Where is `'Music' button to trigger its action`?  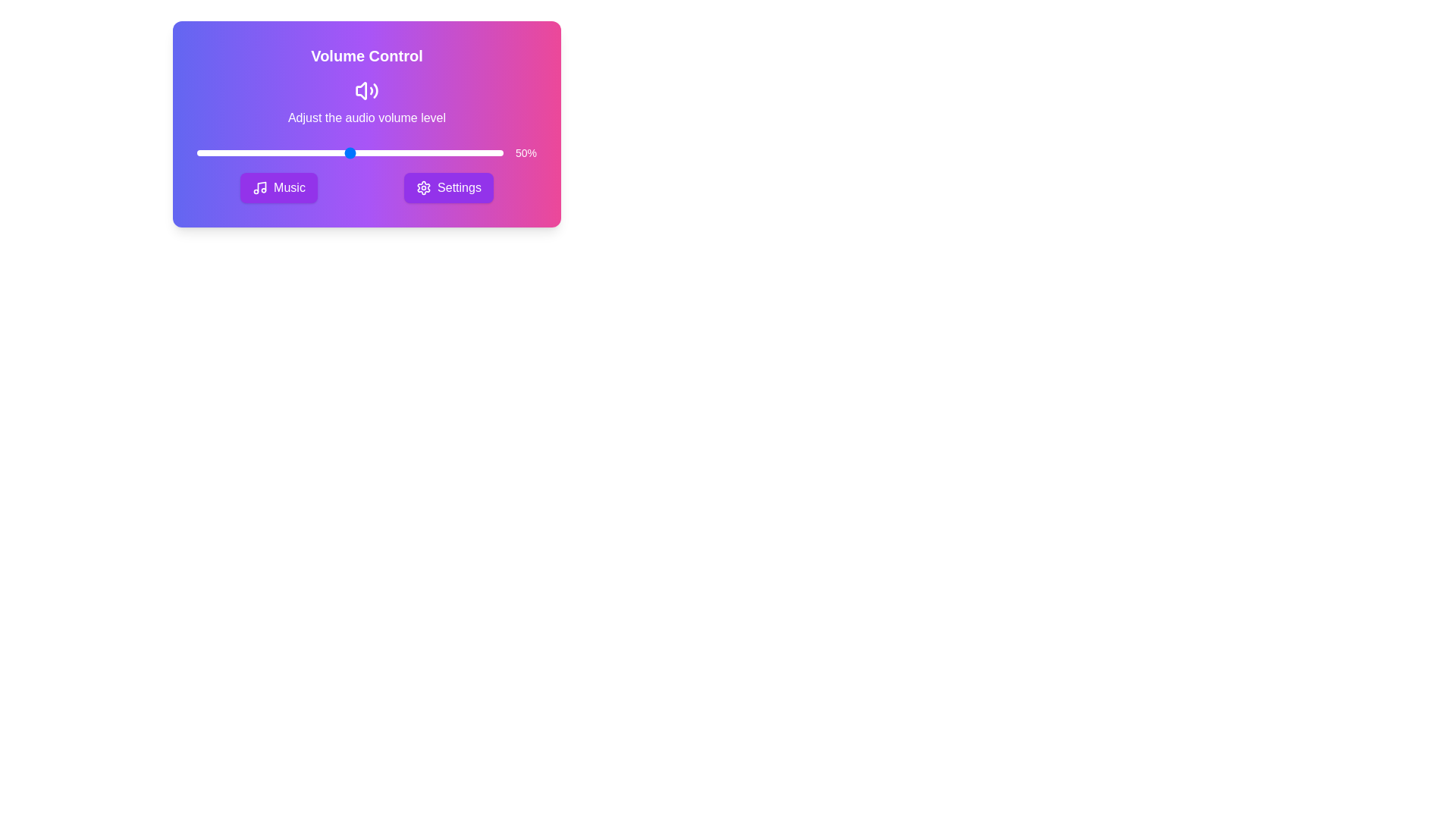 'Music' button to trigger its action is located at coordinates (279, 187).